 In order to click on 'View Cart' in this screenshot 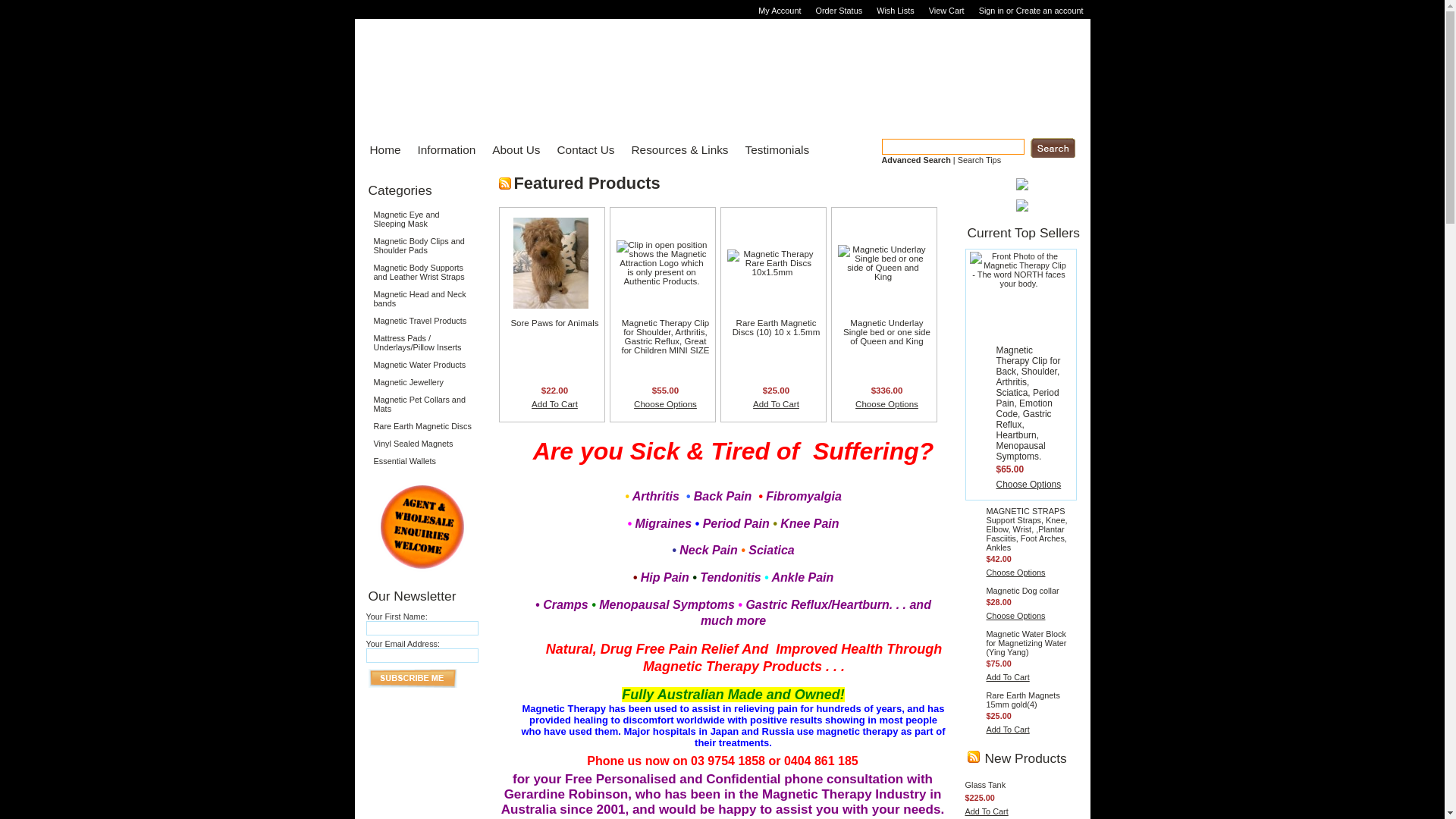, I will do `click(948, 11)`.